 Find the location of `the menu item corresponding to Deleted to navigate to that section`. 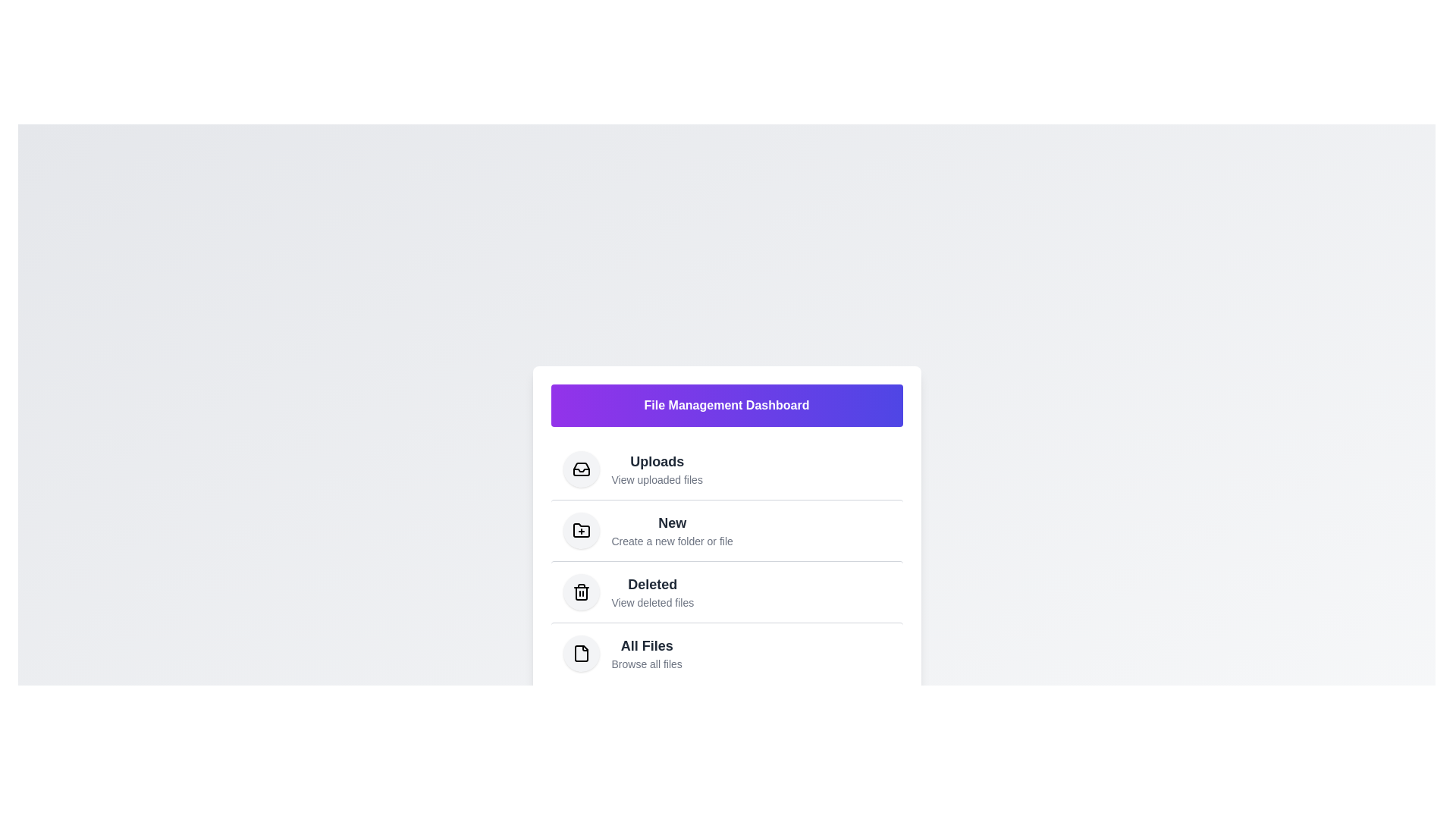

the menu item corresponding to Deleted to navigate to that section is located at coordinates (652, 591).